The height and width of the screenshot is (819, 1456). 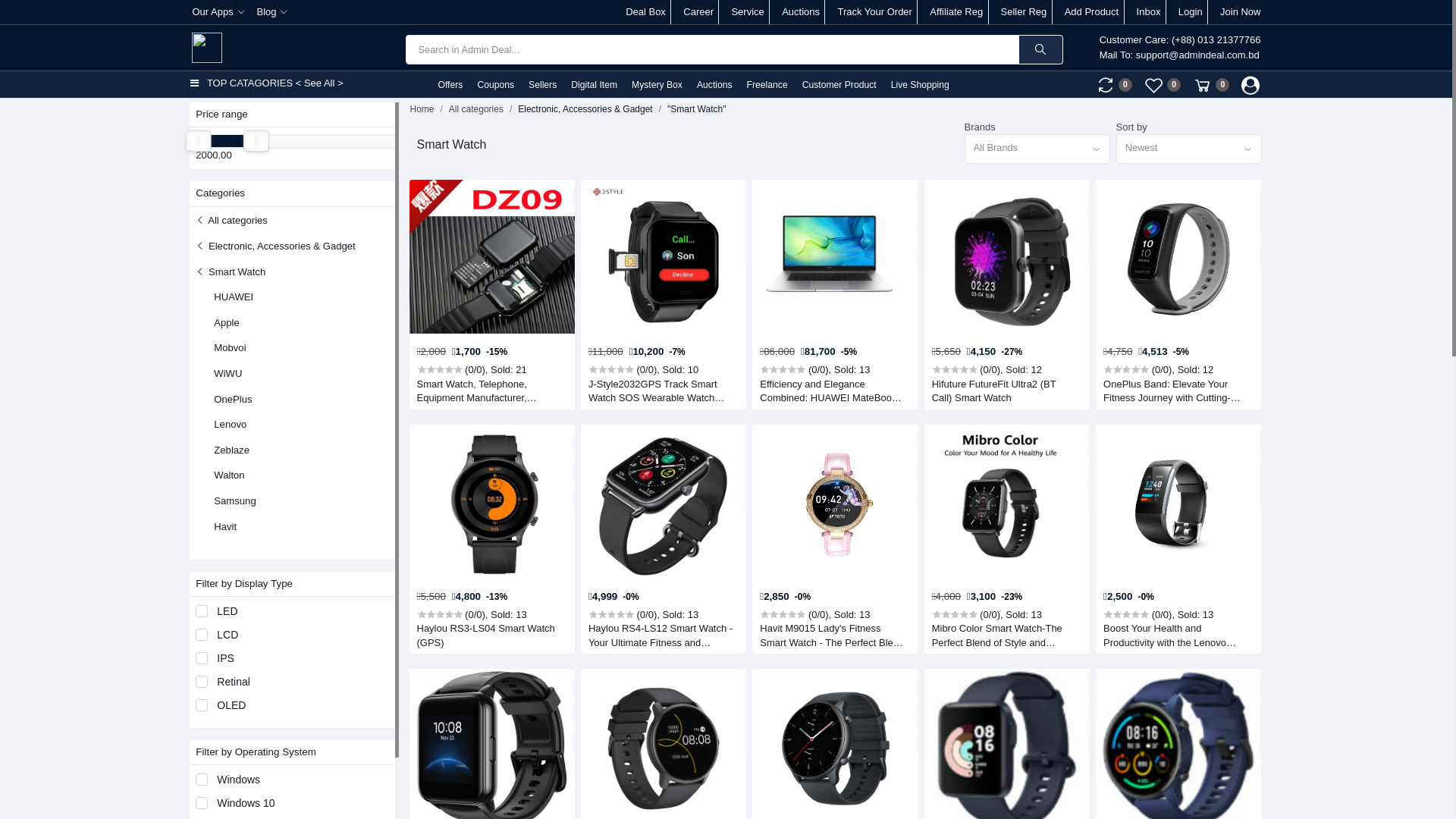 I want to click on 'HUAWEI', so click(x=232, y=297).